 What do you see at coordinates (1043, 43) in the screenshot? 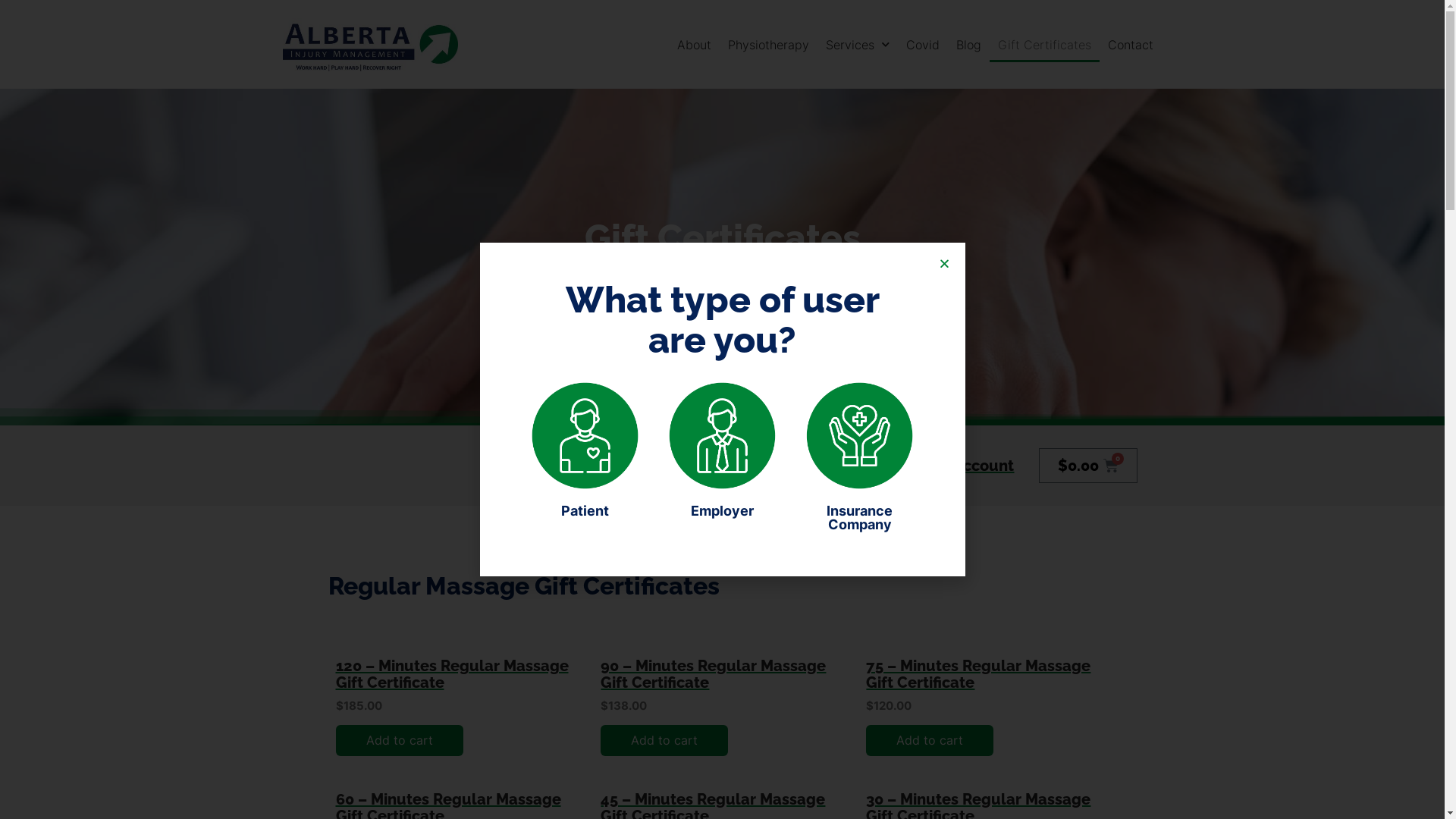
I see `'Gift Certificates'` at bounding box center [1043, 43].